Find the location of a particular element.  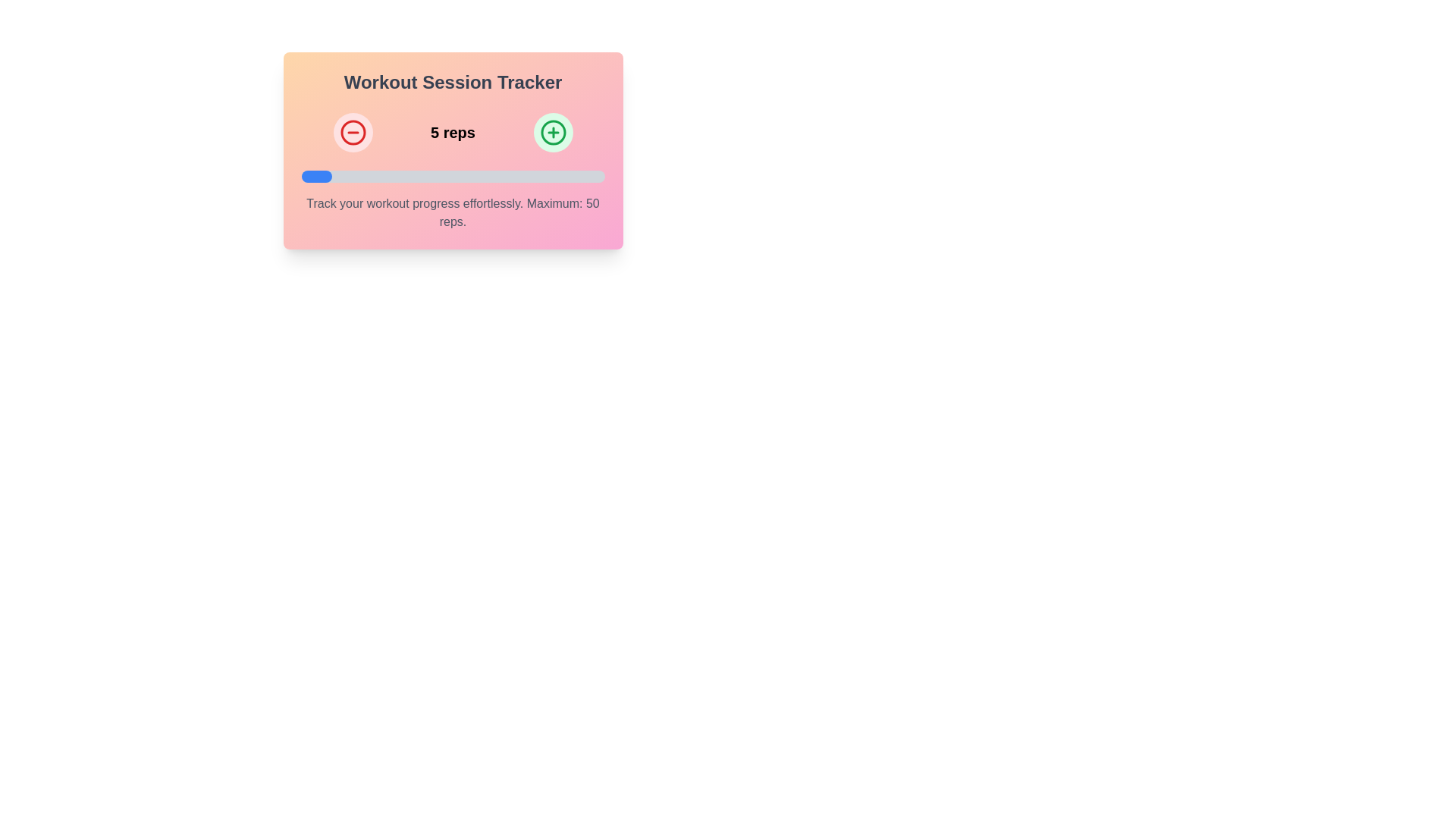

slider progress is located at coordinates (532, 175).